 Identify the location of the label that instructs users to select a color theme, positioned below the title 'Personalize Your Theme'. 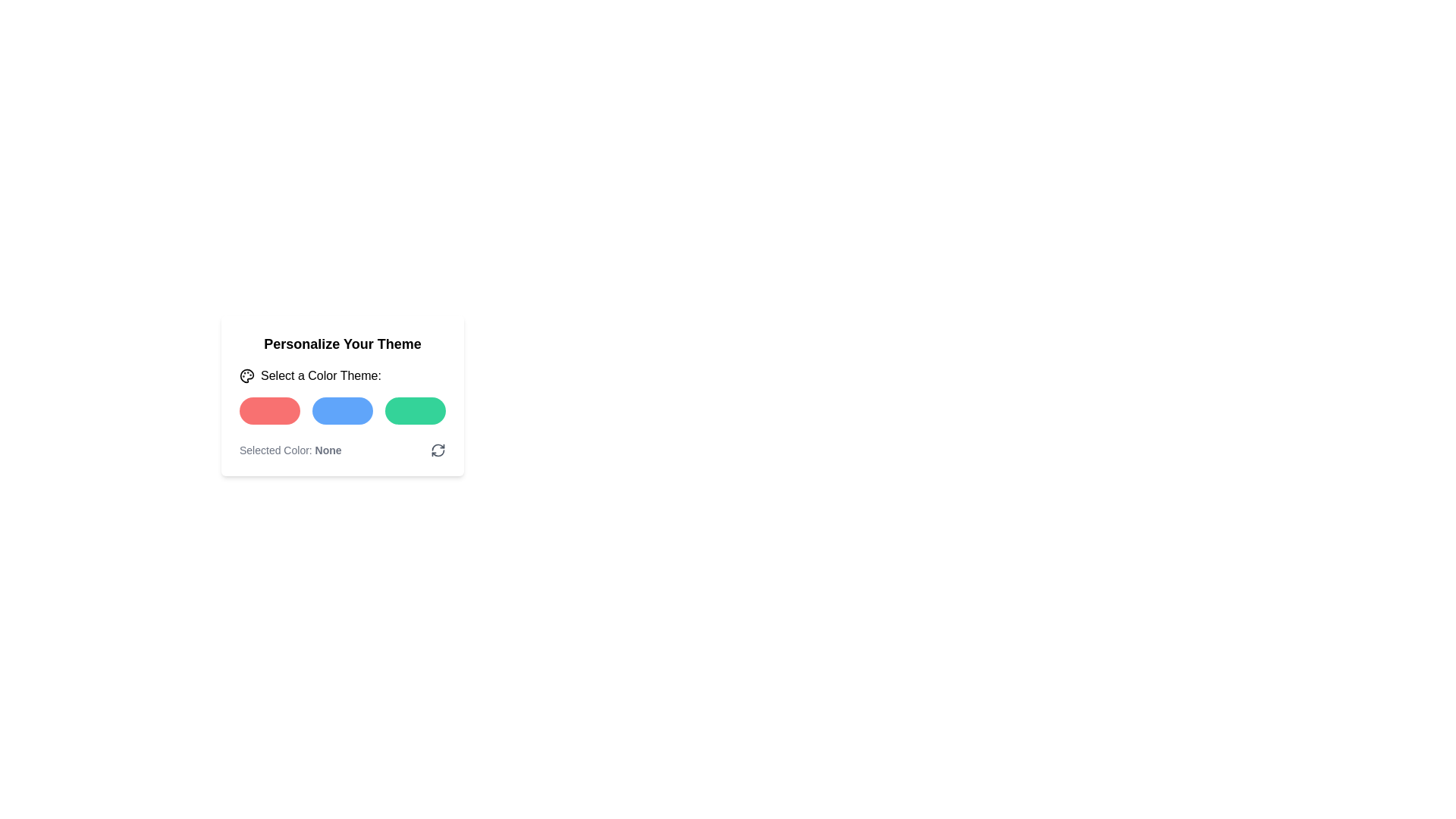
(341, 375).